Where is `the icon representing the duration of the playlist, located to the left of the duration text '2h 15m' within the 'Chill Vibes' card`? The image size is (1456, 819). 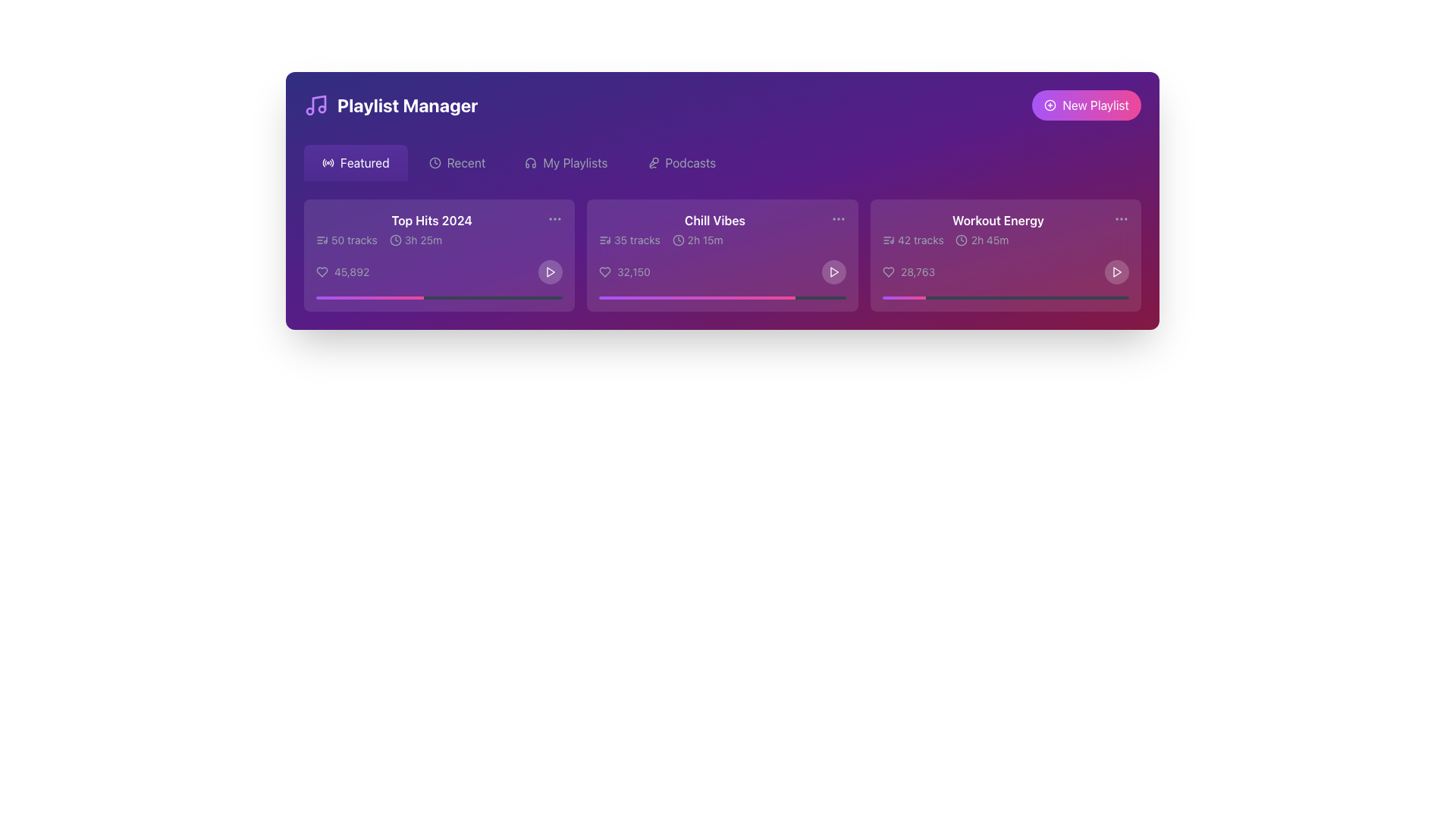 the icon representing the duration of the playlist, located to the left of the duration text '2h 15m' within the 'Chill Vibes' card is located at coordinates (677, 239).